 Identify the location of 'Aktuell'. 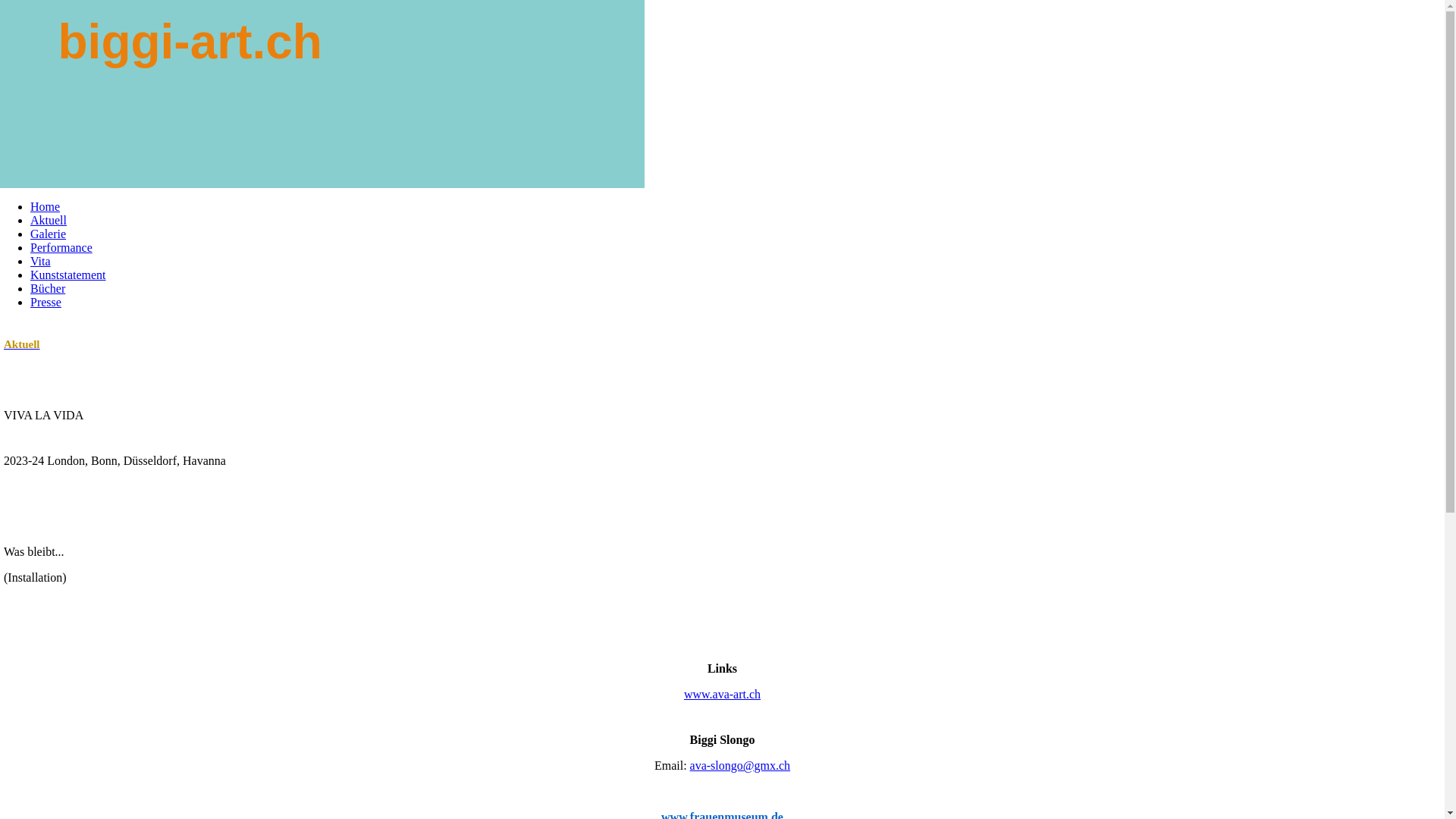
(30, 220).